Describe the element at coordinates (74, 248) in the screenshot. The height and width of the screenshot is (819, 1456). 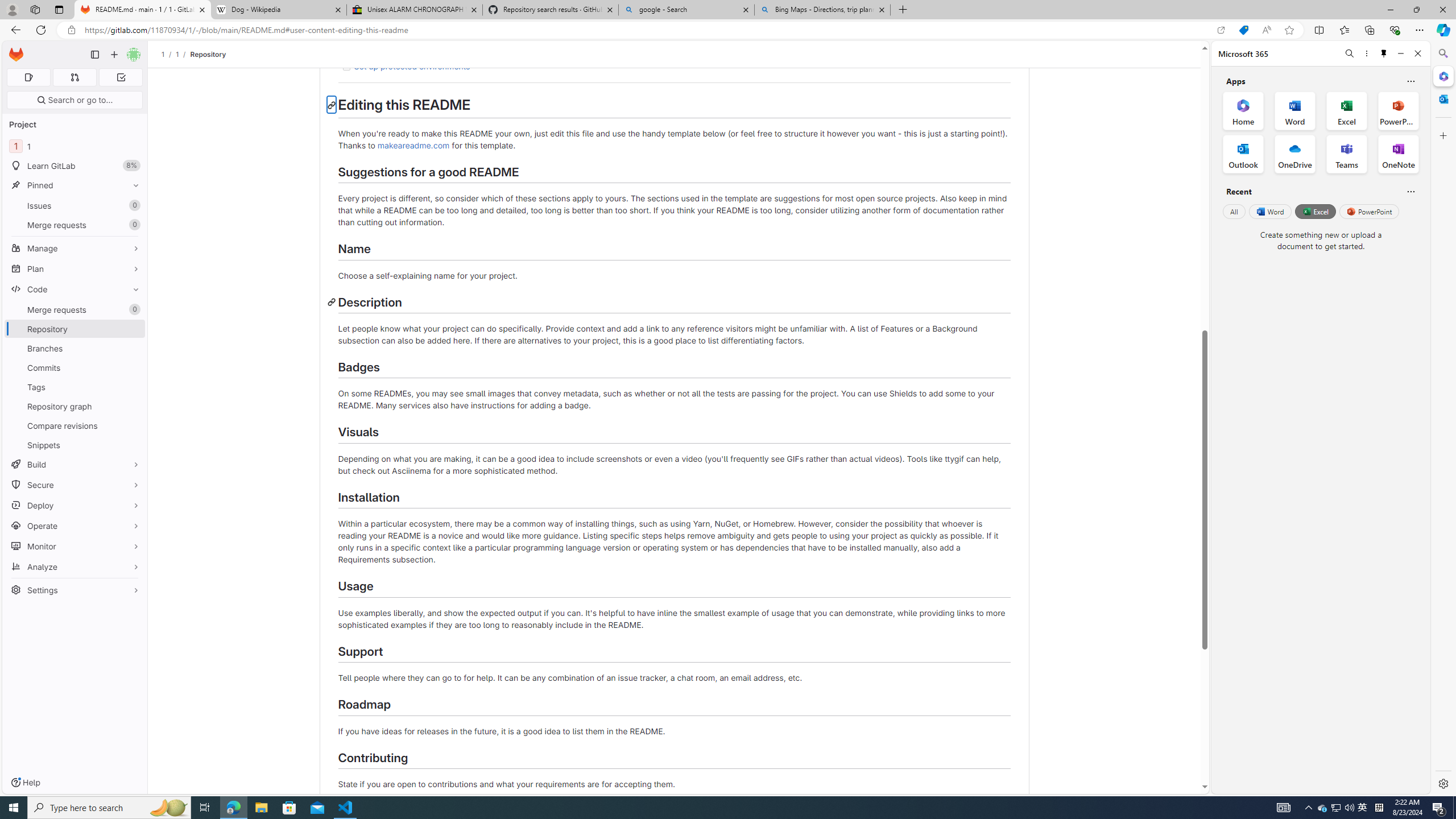
I see `'Manage'` at that location.